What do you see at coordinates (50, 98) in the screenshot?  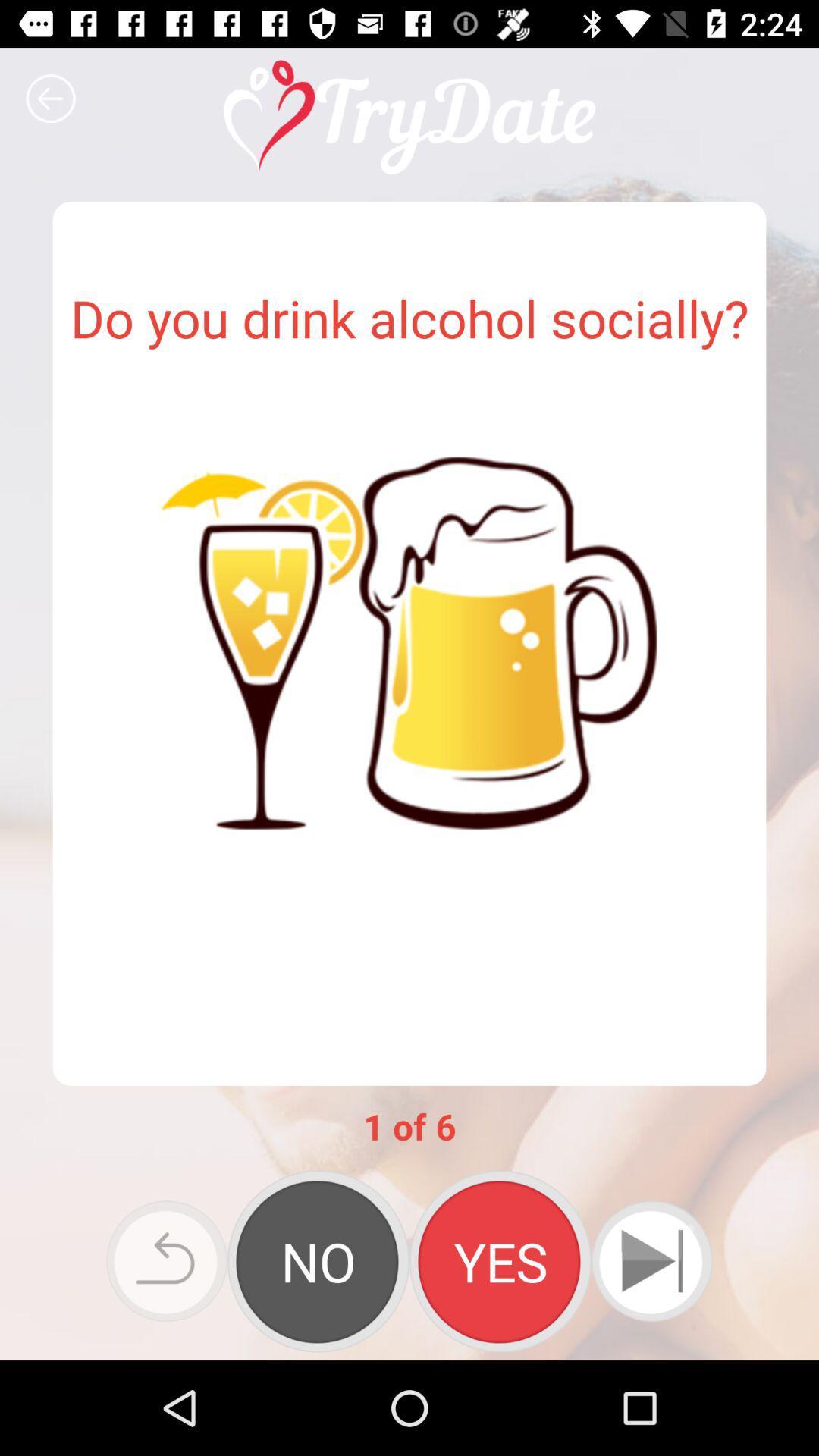 I see `go back` at bounding box center [50, 98].